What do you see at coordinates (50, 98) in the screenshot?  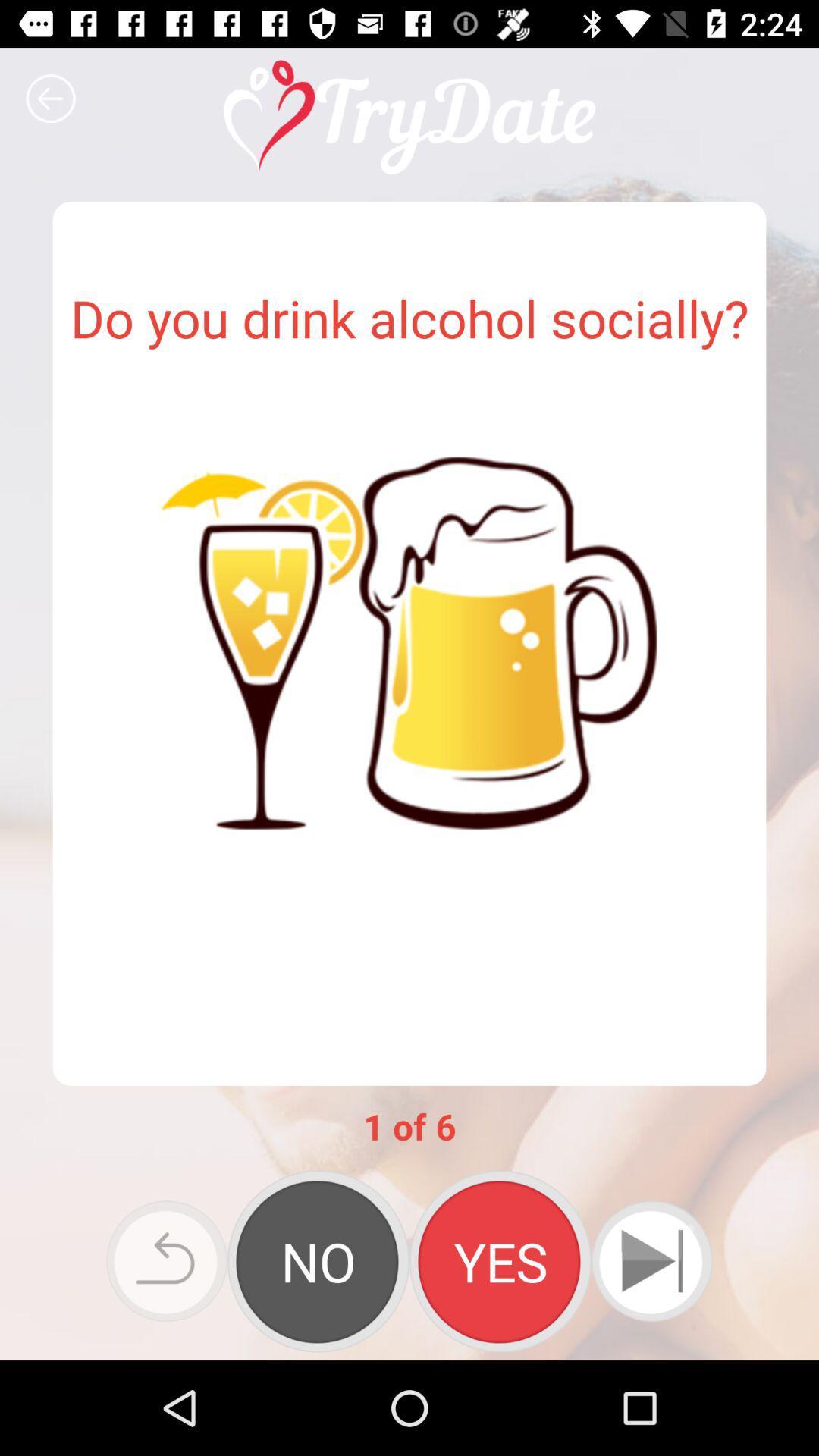 I see `go back` at bounding box center [50, 98].